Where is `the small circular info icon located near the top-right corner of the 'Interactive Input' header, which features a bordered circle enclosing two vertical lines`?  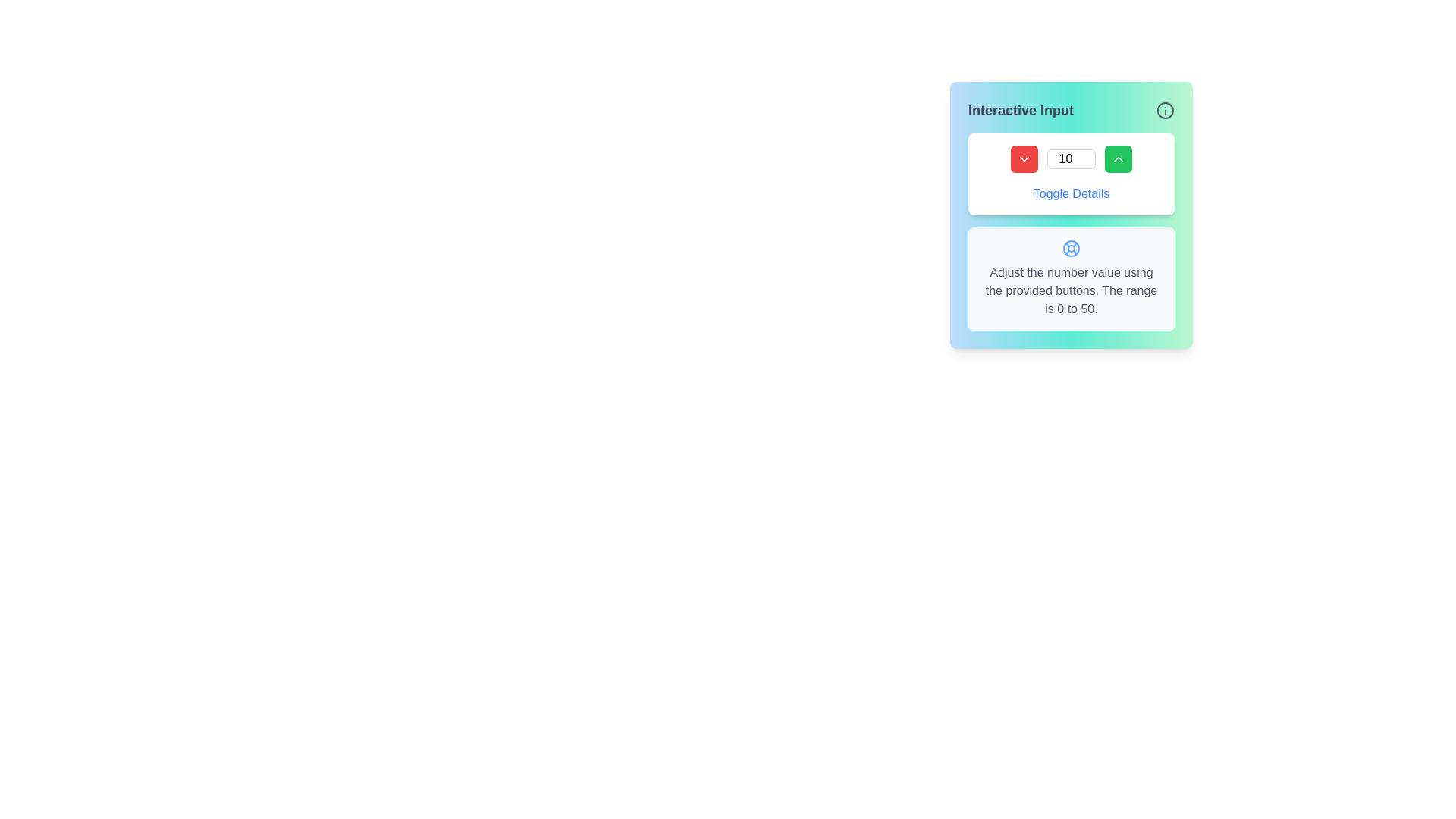
the small circular info icon located near the top-right corner of the 'Interactive Input' header, which features a bordered circle enclosing two vertical lines is located at coordinates (1164, 110).